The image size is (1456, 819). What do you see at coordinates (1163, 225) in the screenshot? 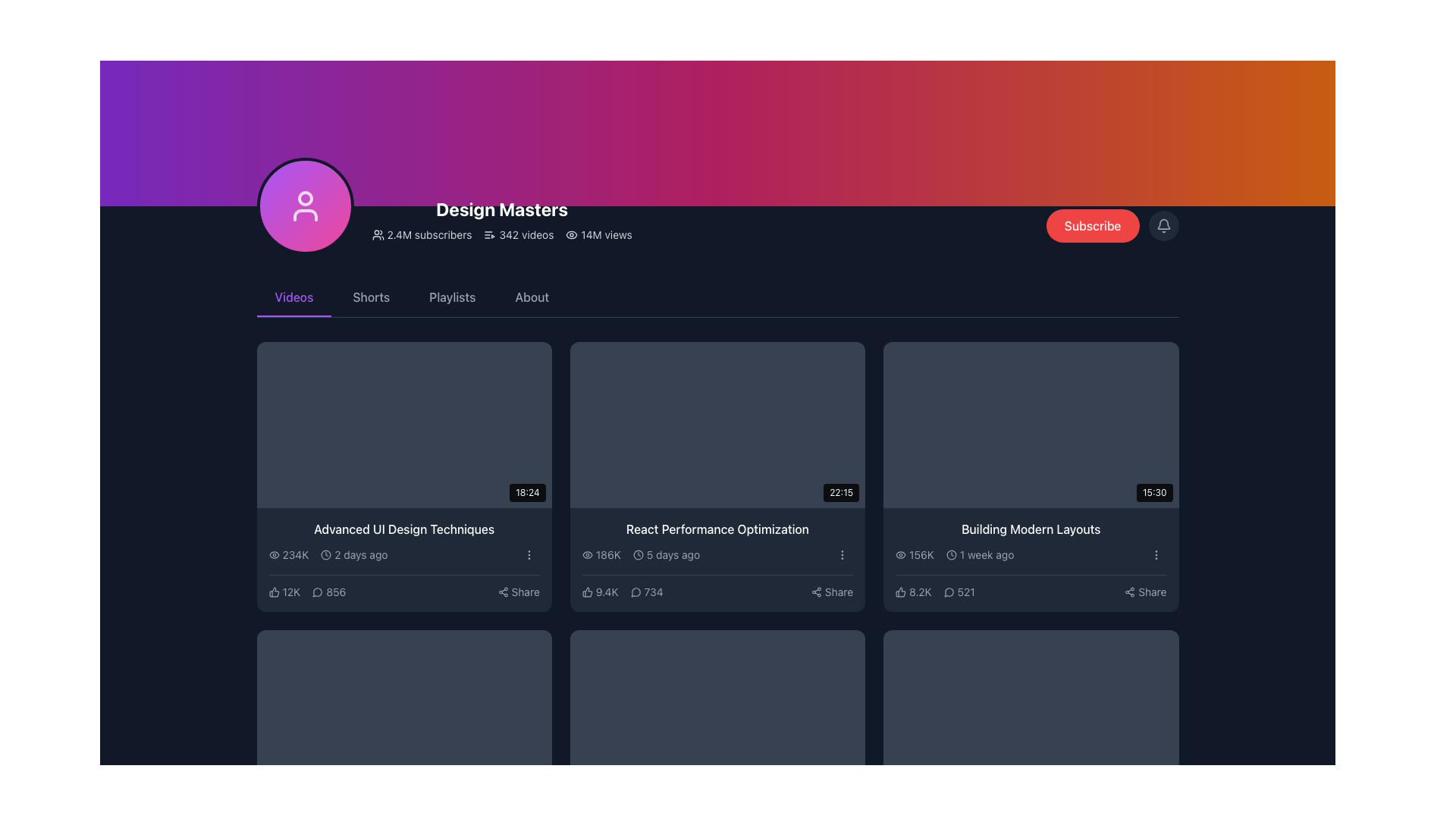
I see `the notification bell icon located on the right side of the top navigation bar` at bounding box center [1163, 225].